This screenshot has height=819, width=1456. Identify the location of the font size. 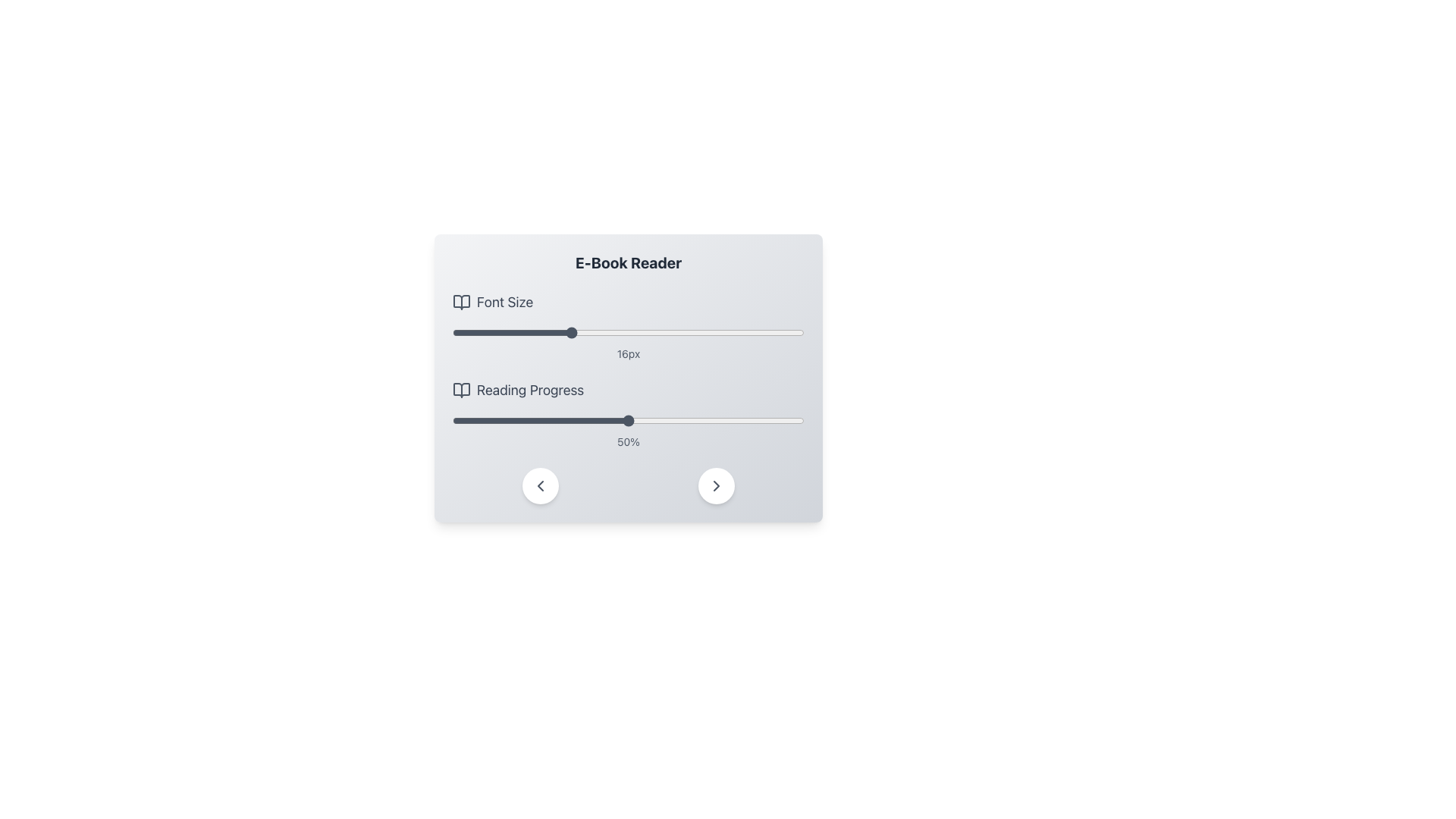
(541, 332).